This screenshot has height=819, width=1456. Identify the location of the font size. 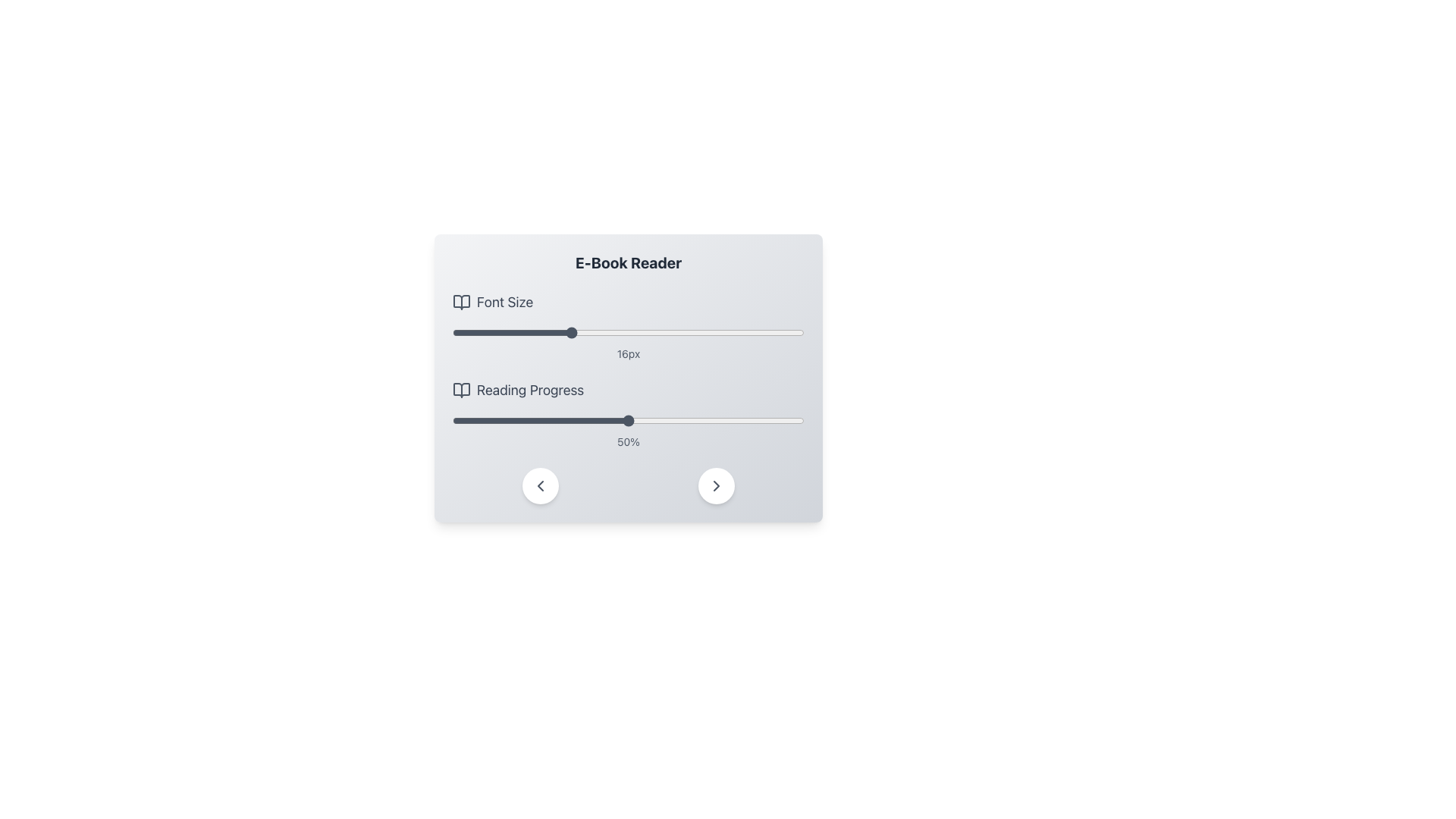
(541, 332).